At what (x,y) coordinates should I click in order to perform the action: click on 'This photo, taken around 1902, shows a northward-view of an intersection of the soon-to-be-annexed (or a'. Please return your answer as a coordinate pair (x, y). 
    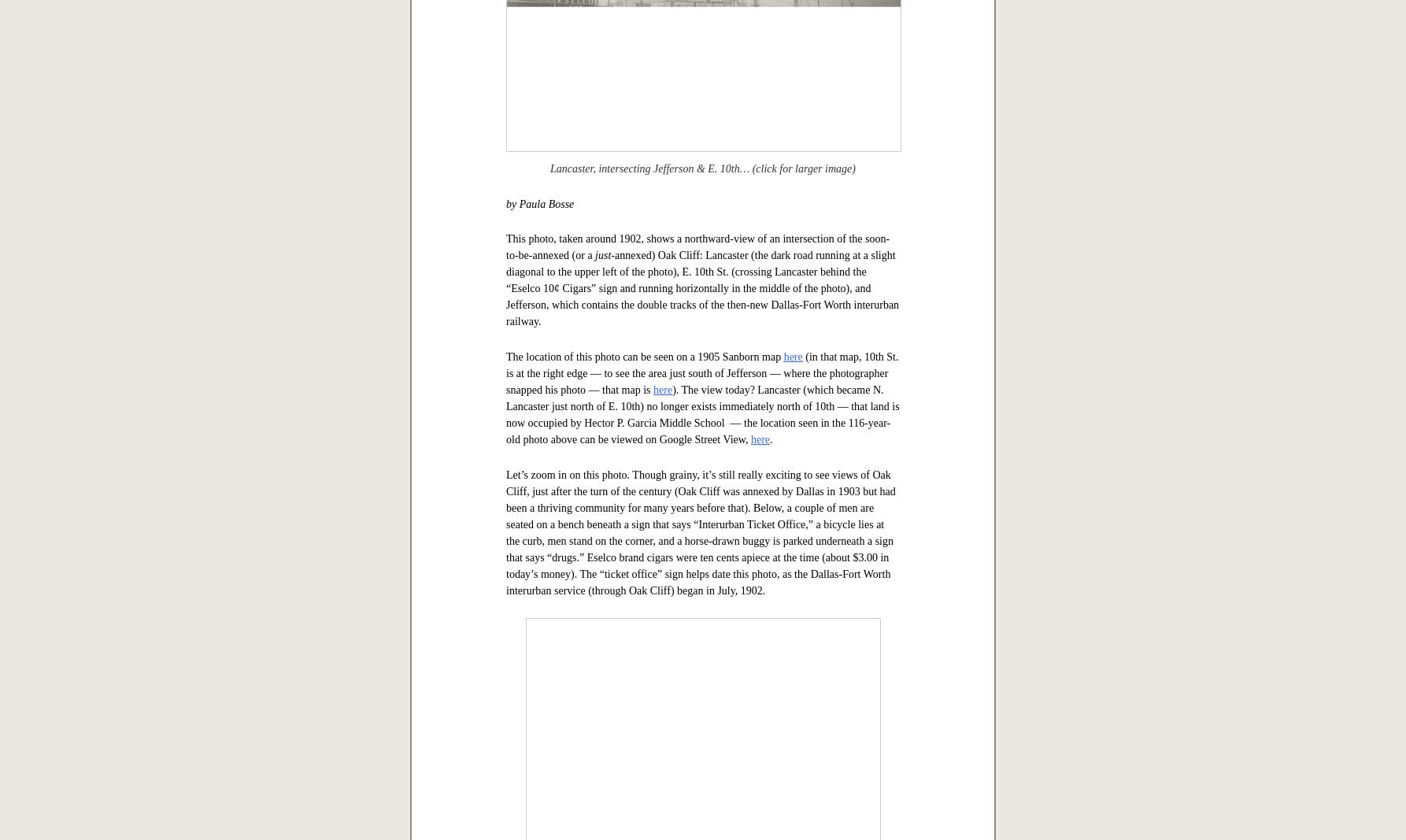
    Looking at the image, I should click on (697, 741).